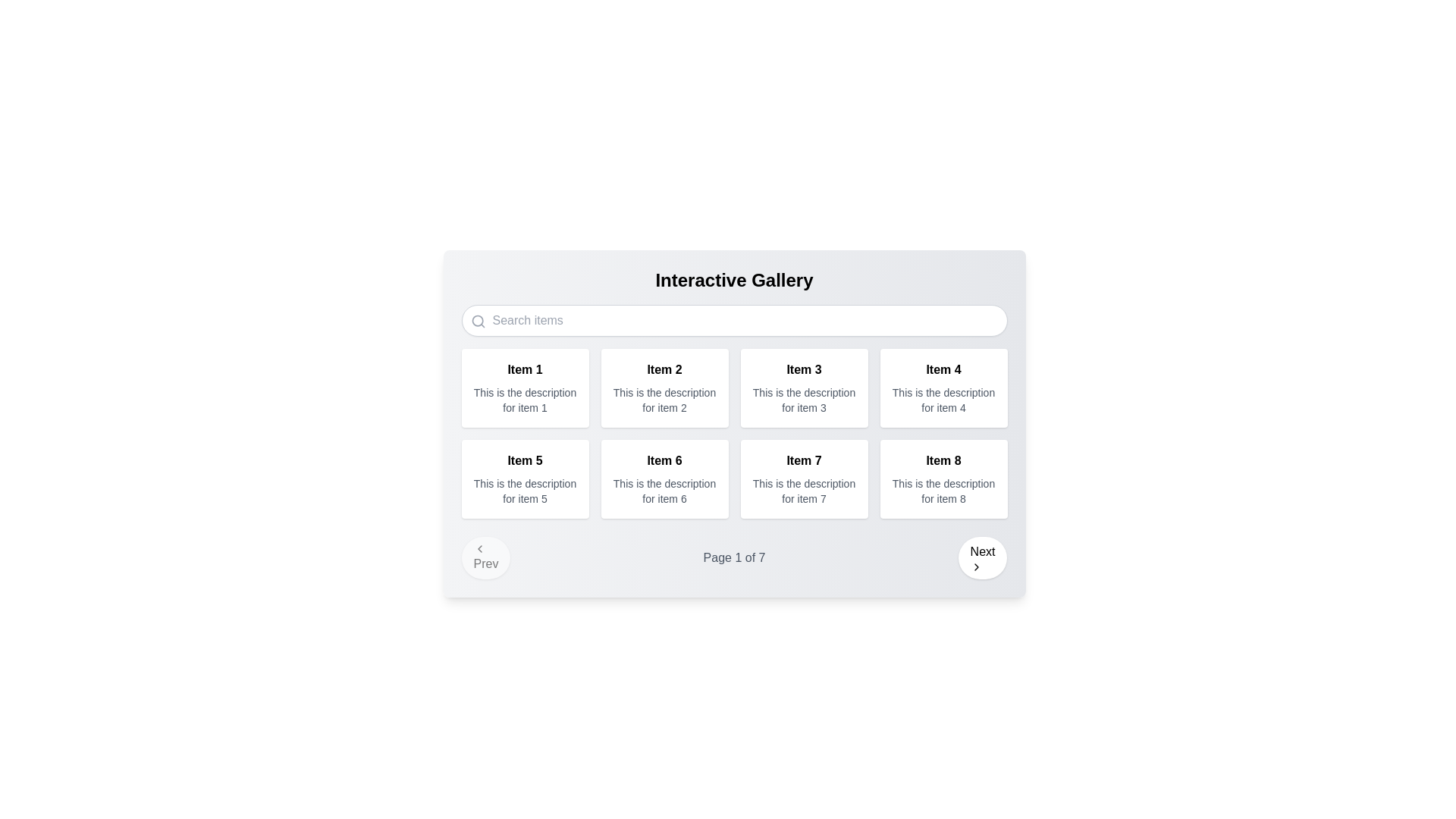  I want to click on the indicator icon located on the right side of the 'Next' button at the bottom-right corner of the interface to observe any hover effects, so click(976, 567).